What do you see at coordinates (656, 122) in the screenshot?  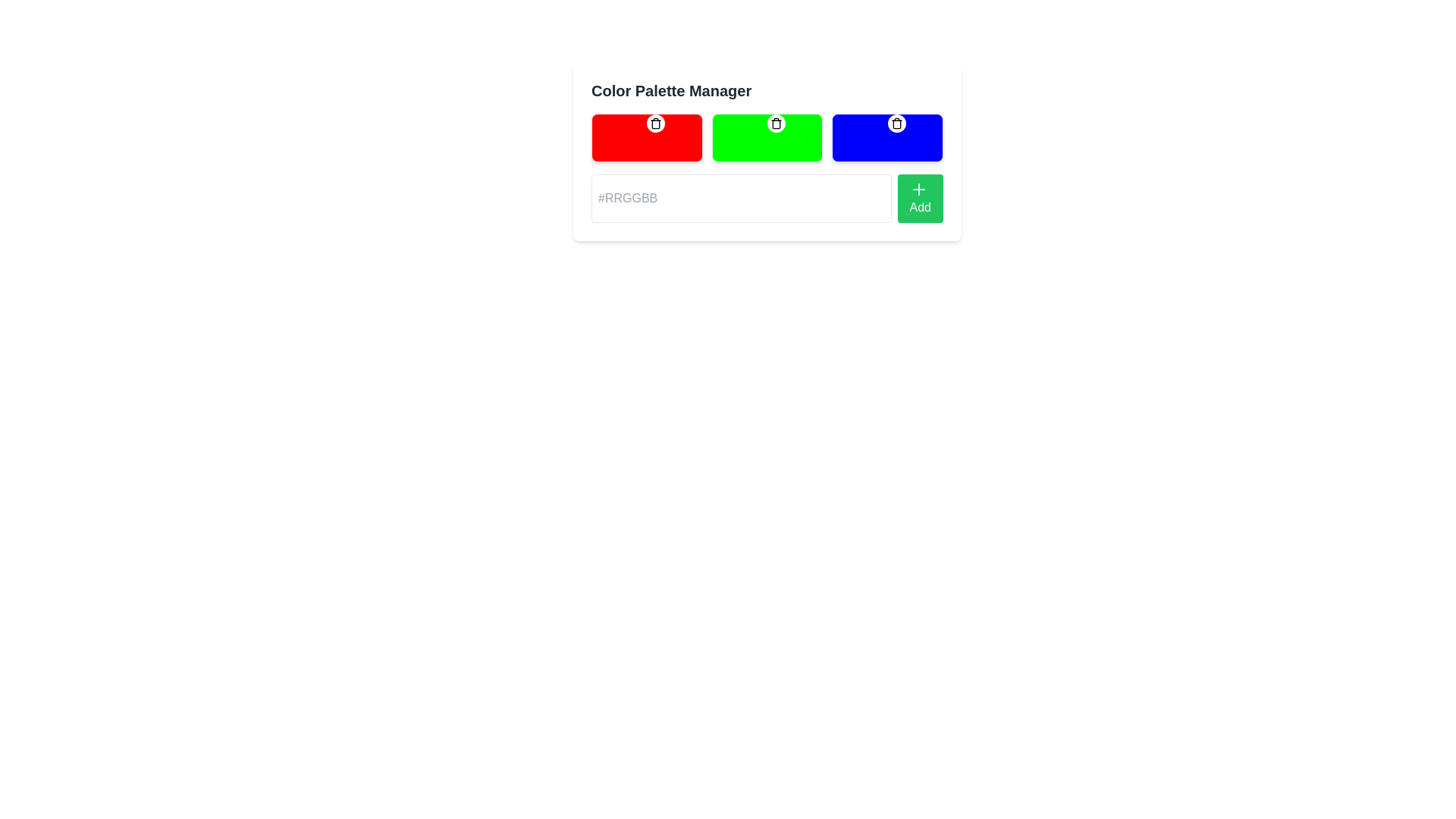 I see `the trash can icon located on the upper-right corner of the red block to possibly display additional action cues` at bounding box center [656, 122].